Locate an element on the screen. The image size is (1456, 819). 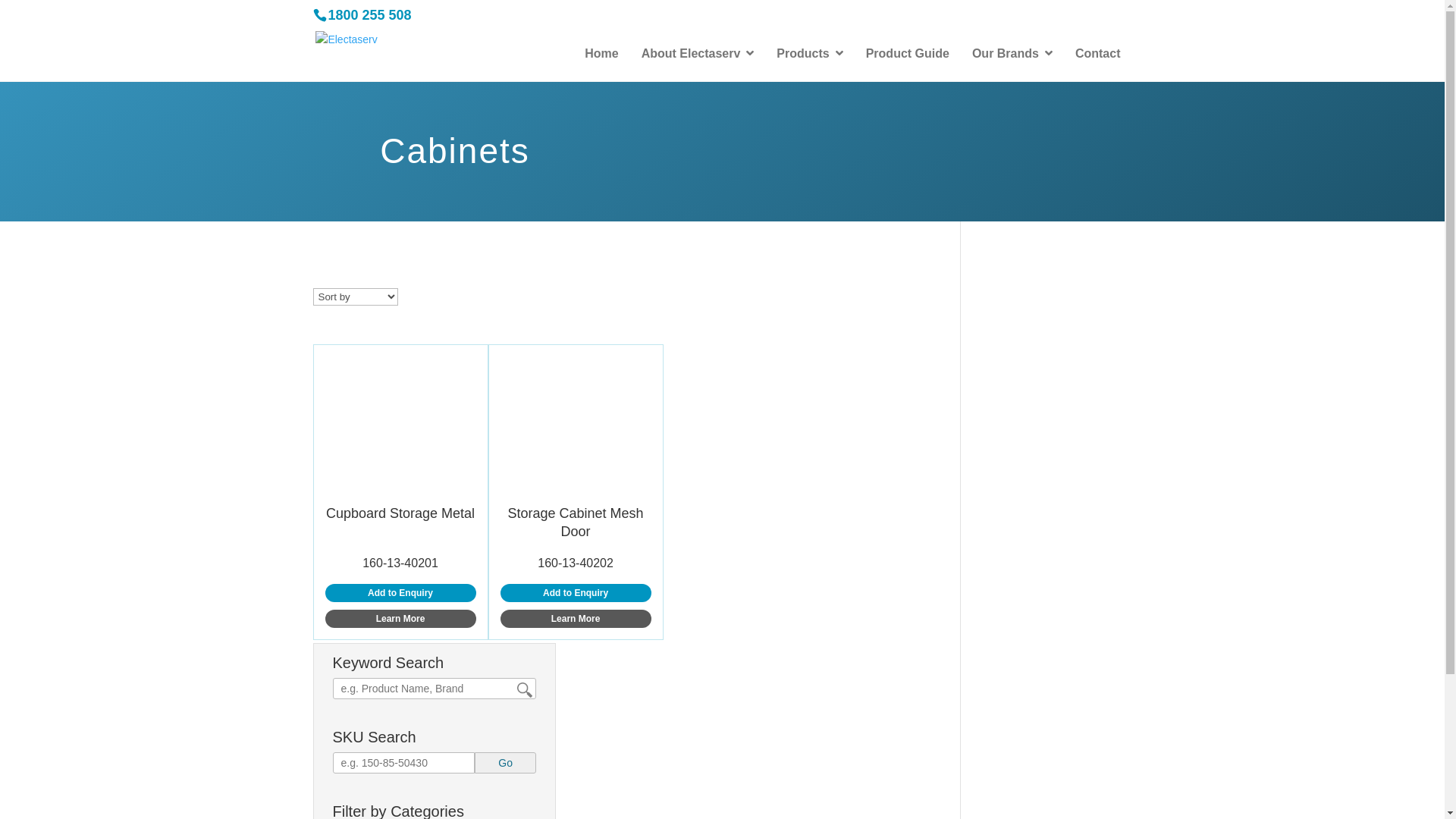
'1800 255 508' is located at coordinates (369, 14).